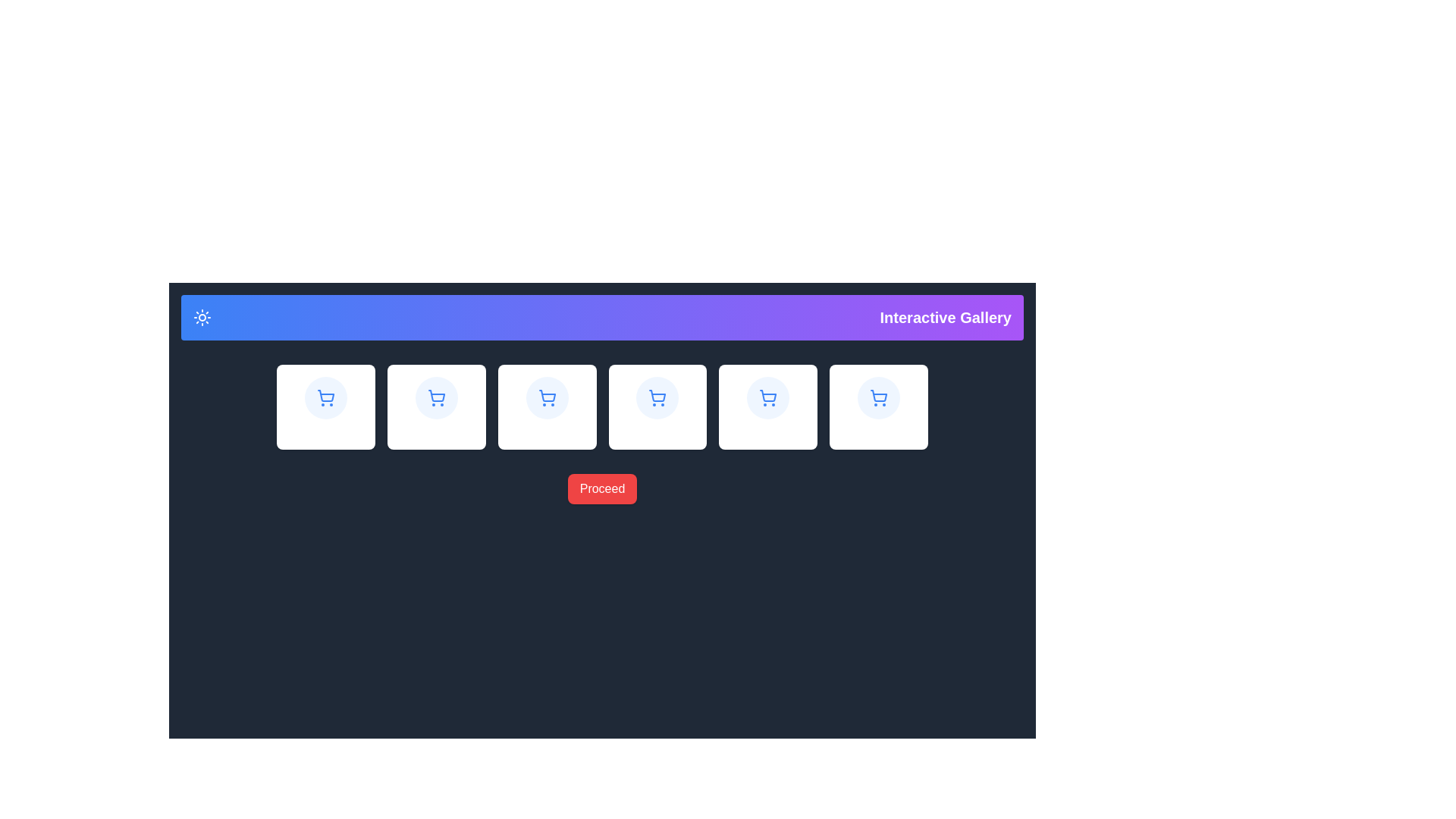 The width and height of the screenshot is (1456, 819). I want to click on the blue shopping cart icon, which is the third from the left in the middle row of a grid layout, so click(435, 395).